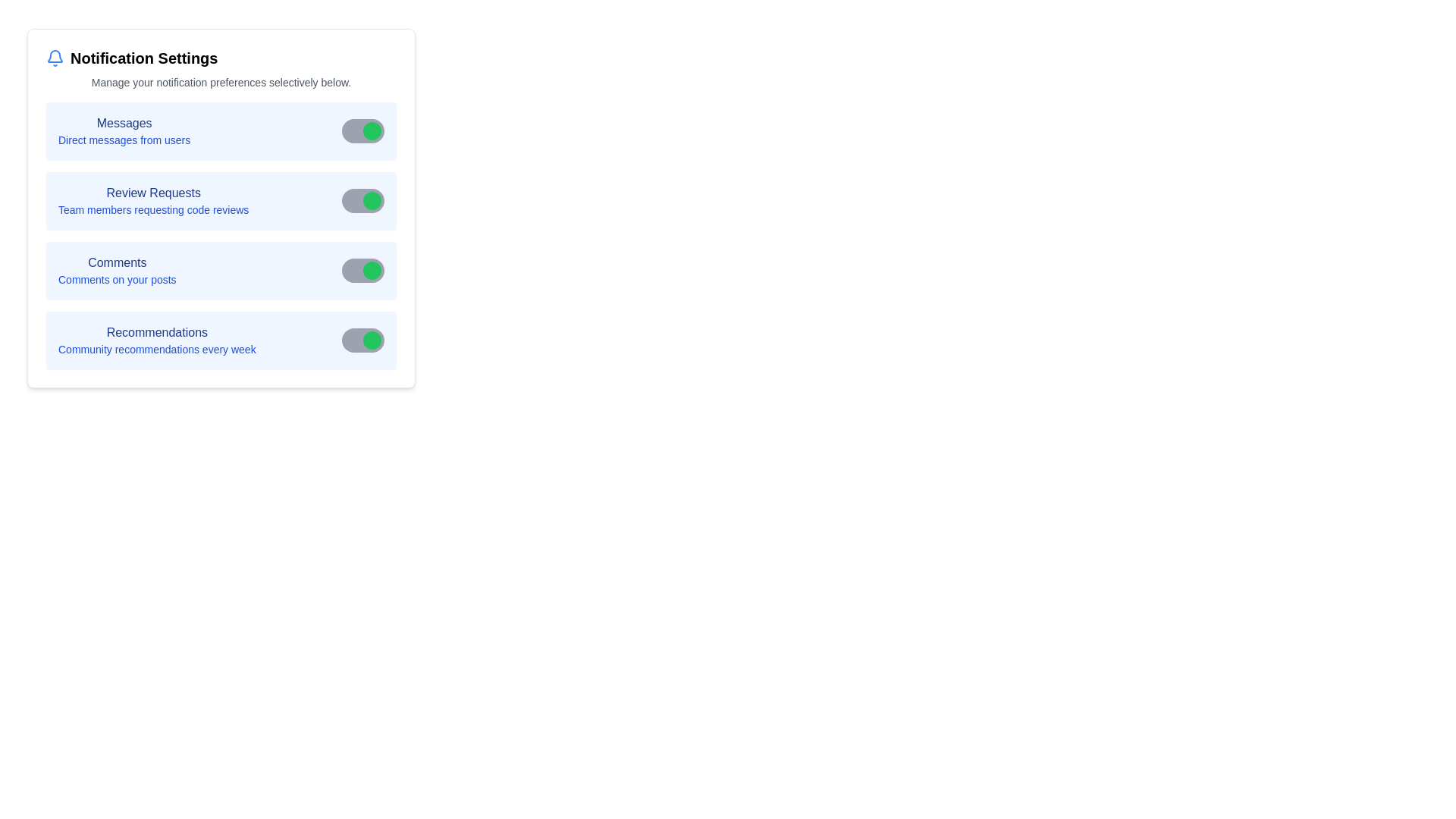 The height and width of the screenshot is (819, 1456). What do you see at coordinates (124, 122) in the screenshot?
I see `the 'Messages' label, which is styled with a medium-sized font and blue color, located at the top of the notification settings interface` at bounding box center [124, 122].